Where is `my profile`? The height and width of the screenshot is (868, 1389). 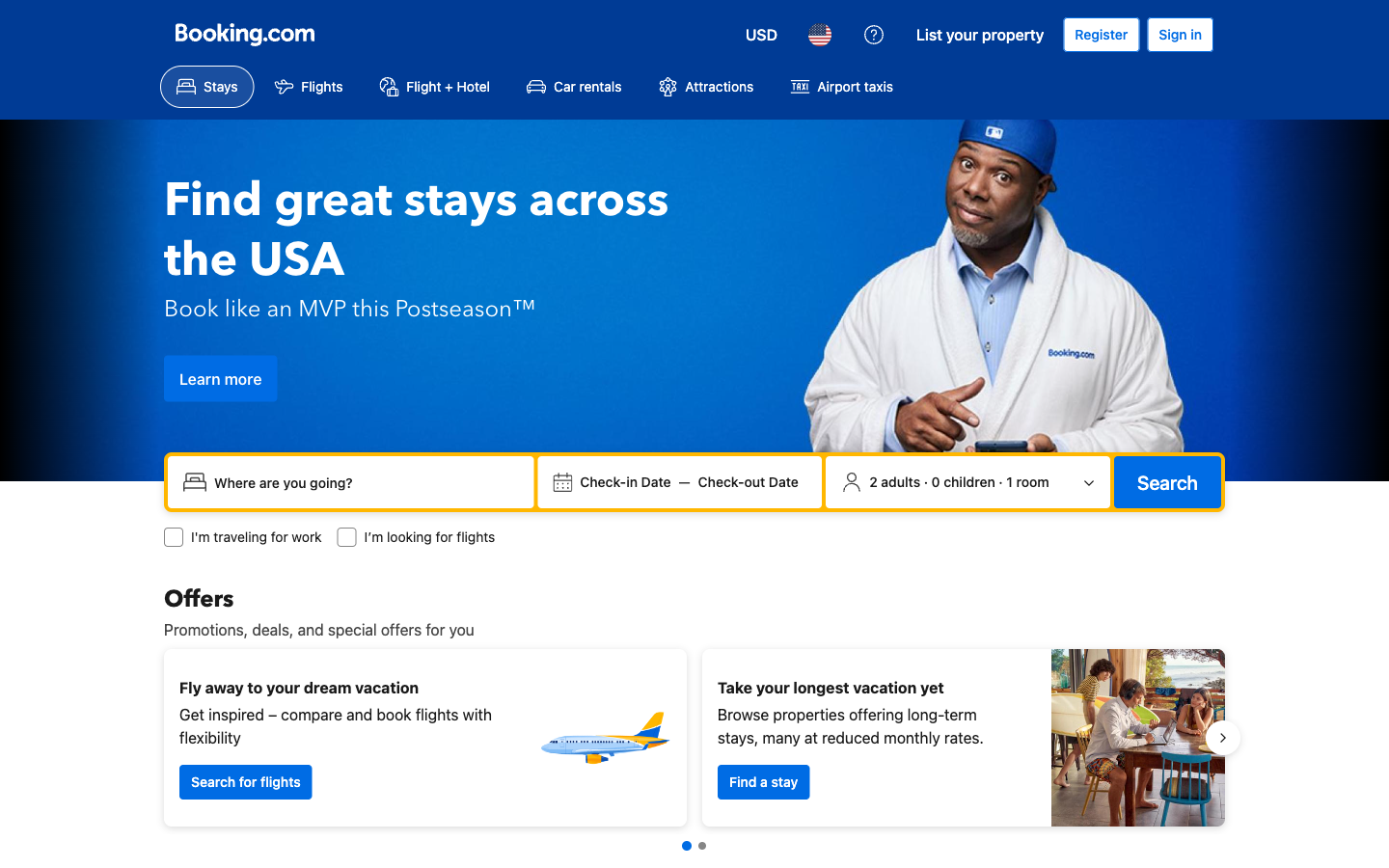 my profile is located at coordinates (1179, 34).